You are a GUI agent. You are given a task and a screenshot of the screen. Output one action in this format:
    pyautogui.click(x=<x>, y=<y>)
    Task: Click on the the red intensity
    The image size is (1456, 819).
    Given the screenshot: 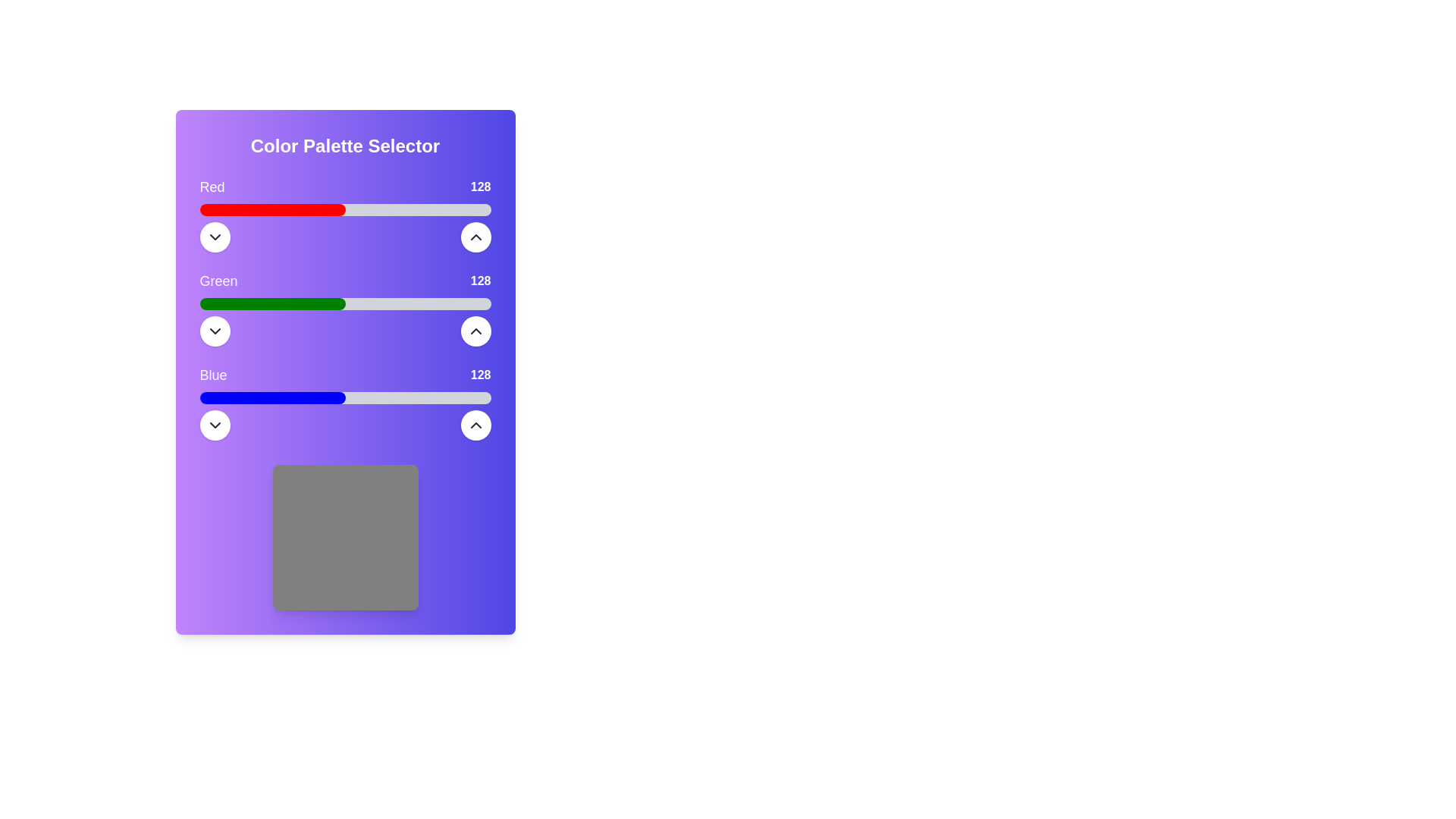 What is the action you would take?
    pyautogui.click(x=415, y=210)
    